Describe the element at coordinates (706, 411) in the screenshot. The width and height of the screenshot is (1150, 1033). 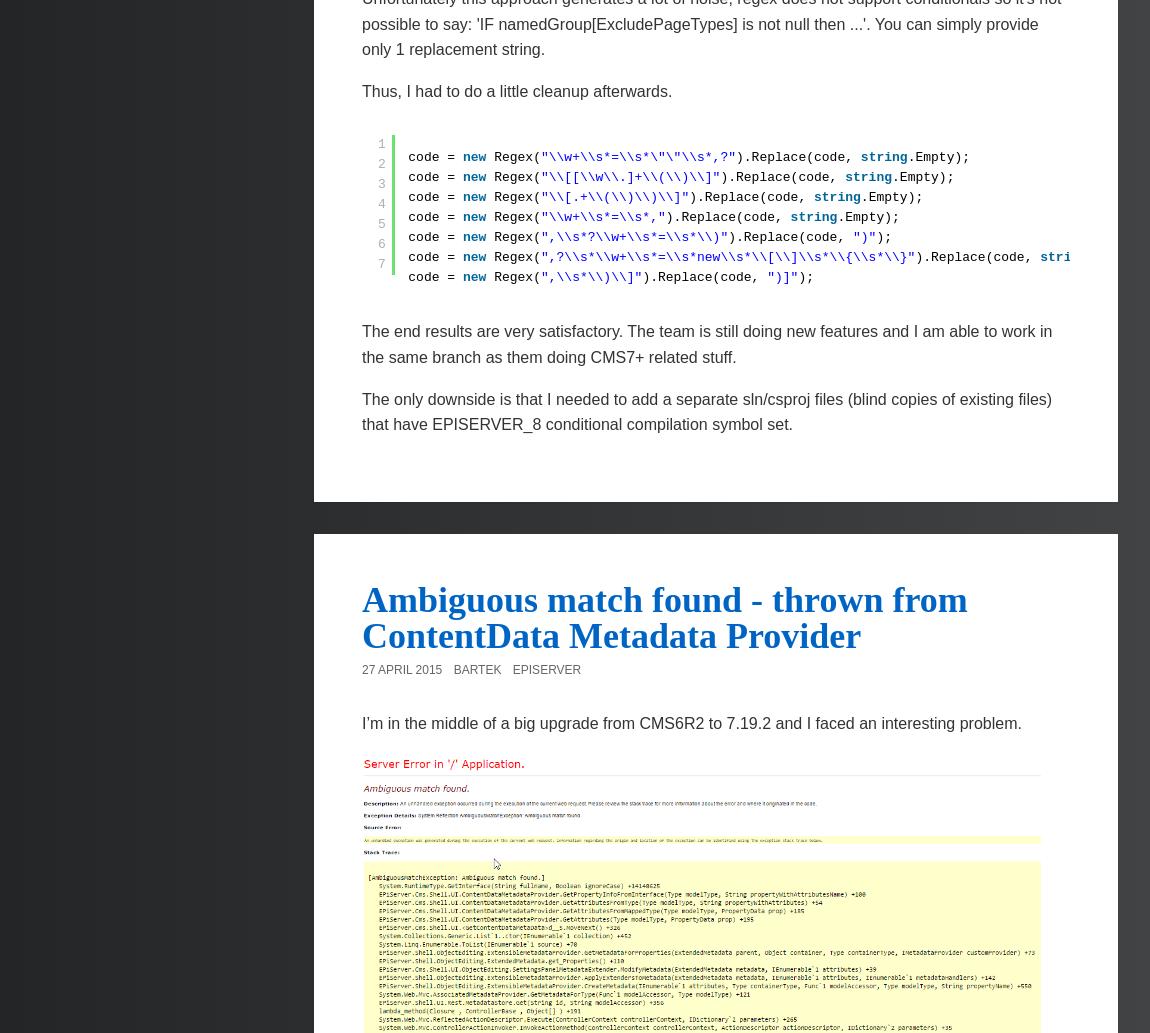
I see `'The only downside is that I needed to add a separate sln/csproj files (blind copies of existing files) that have EPISERVER_8 conditional compilation symbol set.'` at that location.